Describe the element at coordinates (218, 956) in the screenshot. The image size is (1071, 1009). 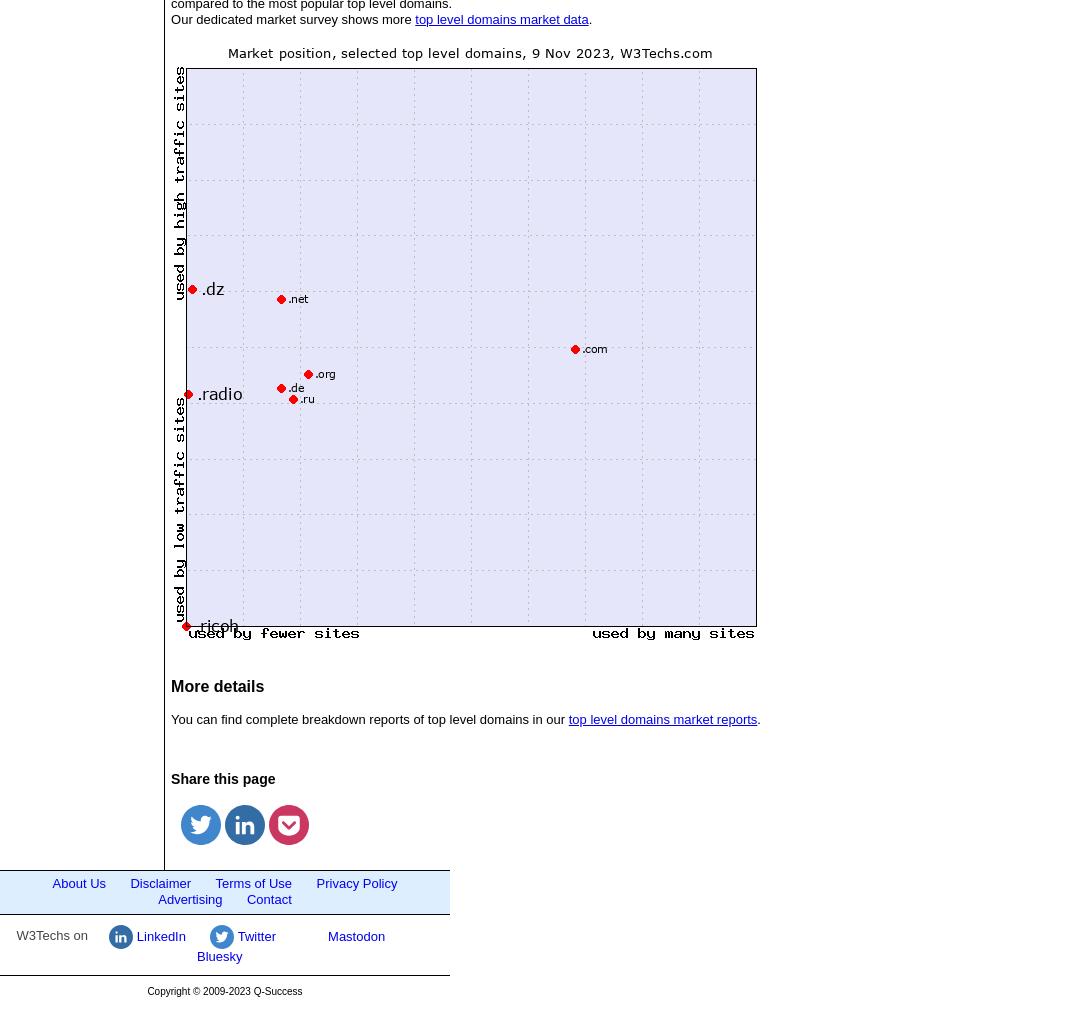
I see `'Bluesky'` at that location.